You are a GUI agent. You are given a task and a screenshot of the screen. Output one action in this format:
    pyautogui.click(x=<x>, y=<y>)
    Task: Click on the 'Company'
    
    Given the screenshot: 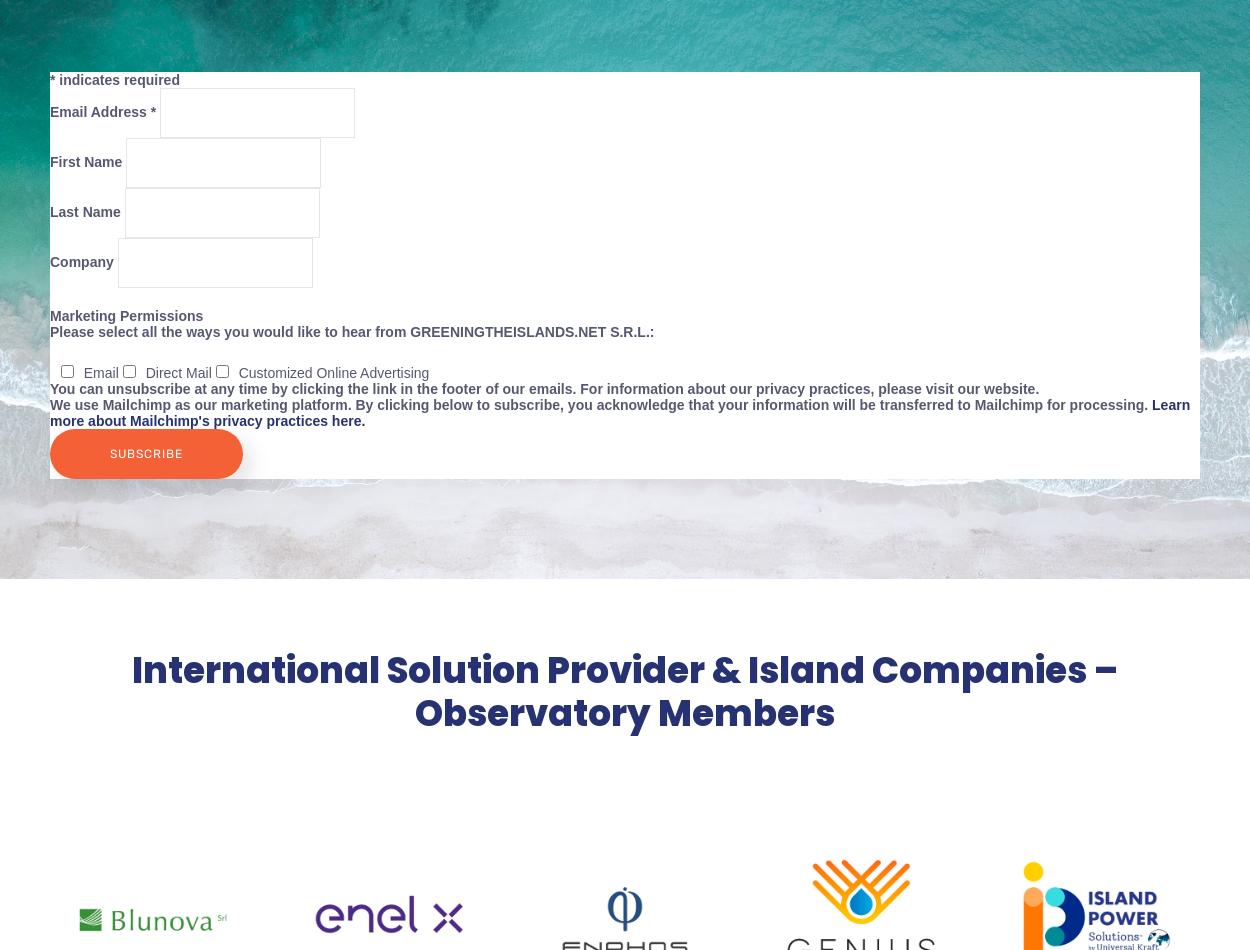 What is the action you would take?
    pyautogui.click(x=82, y=259)
    